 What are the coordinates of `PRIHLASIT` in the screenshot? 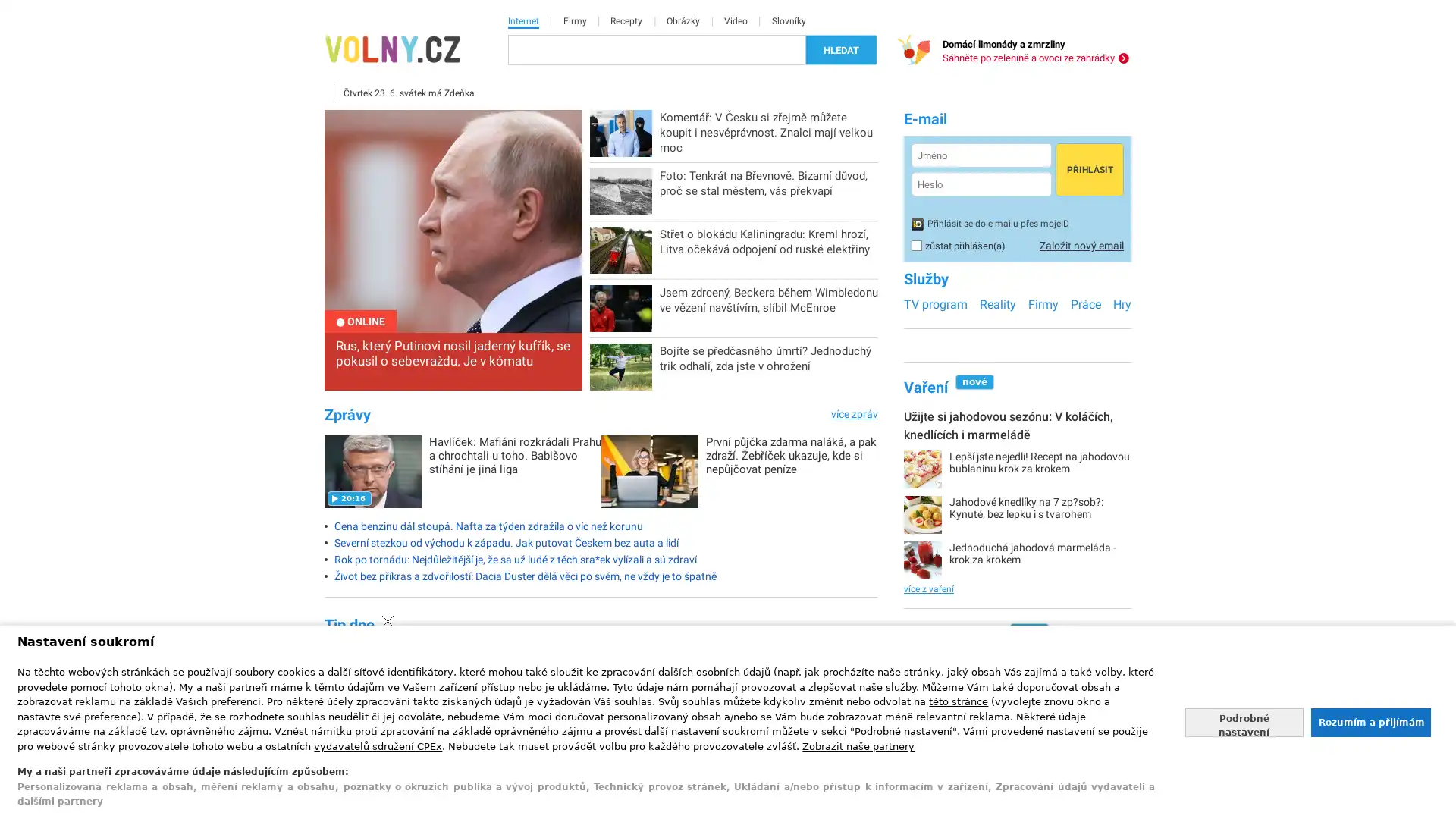 It's located at (1088, 169).